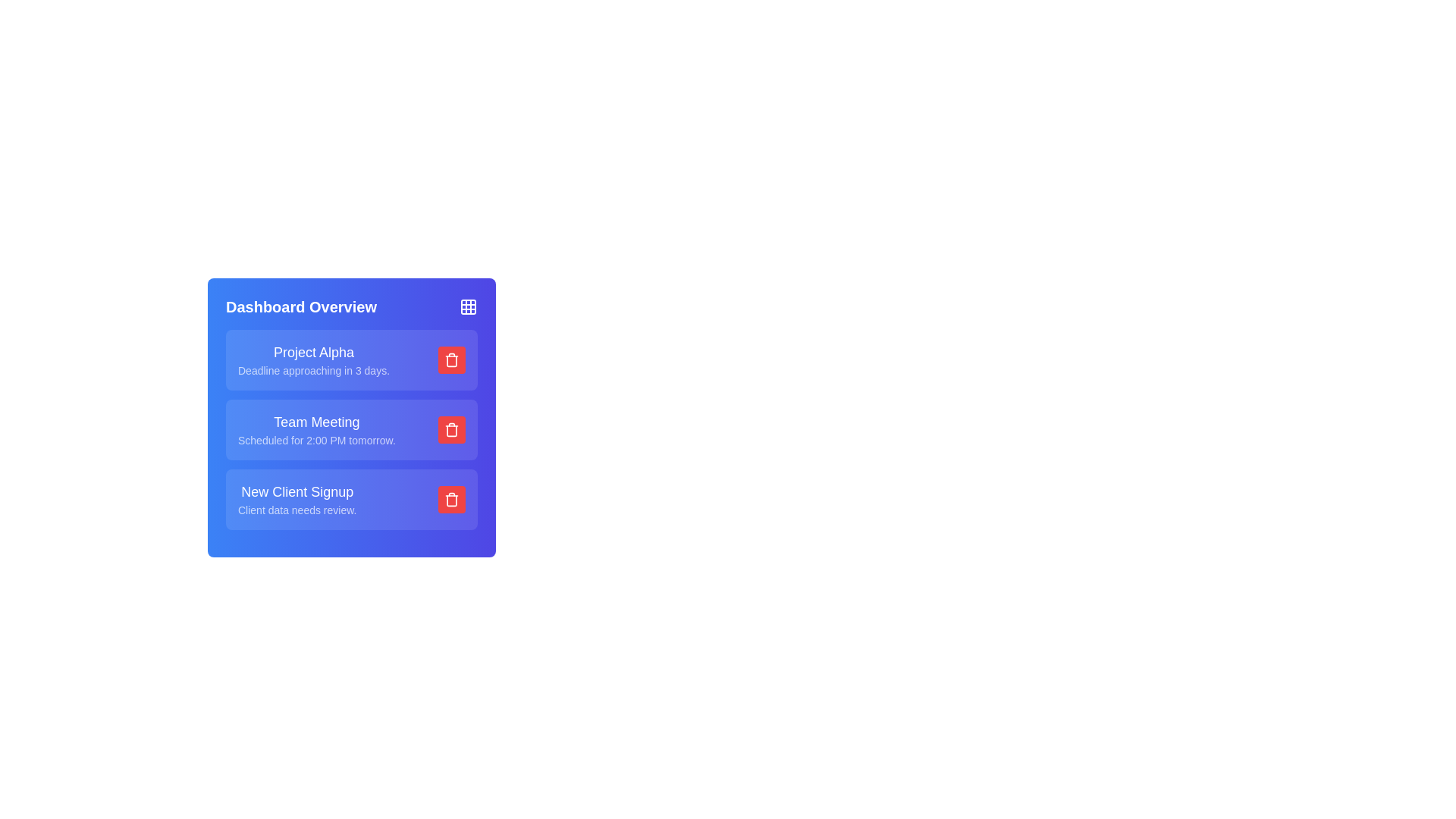  What do you see at coordinates (301, 307) in the screenshot?
I see `the bold text label "Dashboard Overview" located at the top-left corner of a blue card-like section` at bounding box center [301, 307].